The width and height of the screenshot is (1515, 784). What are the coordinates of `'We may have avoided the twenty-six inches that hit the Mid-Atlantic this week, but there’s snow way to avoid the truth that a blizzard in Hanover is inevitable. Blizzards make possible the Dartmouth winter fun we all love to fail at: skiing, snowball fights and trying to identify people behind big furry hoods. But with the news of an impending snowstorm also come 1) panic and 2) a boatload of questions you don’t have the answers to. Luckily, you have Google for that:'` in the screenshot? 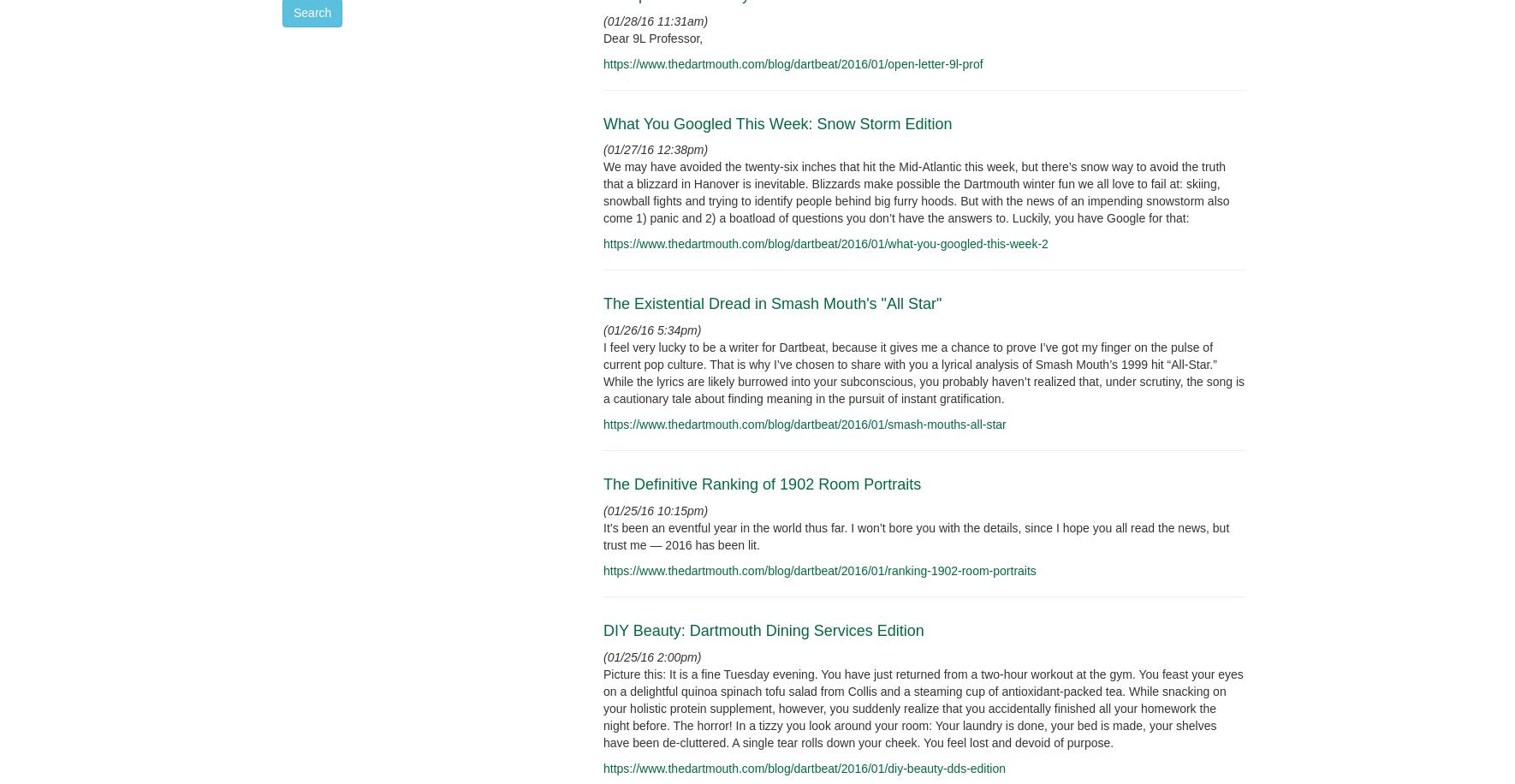 It's located at (916, 191).